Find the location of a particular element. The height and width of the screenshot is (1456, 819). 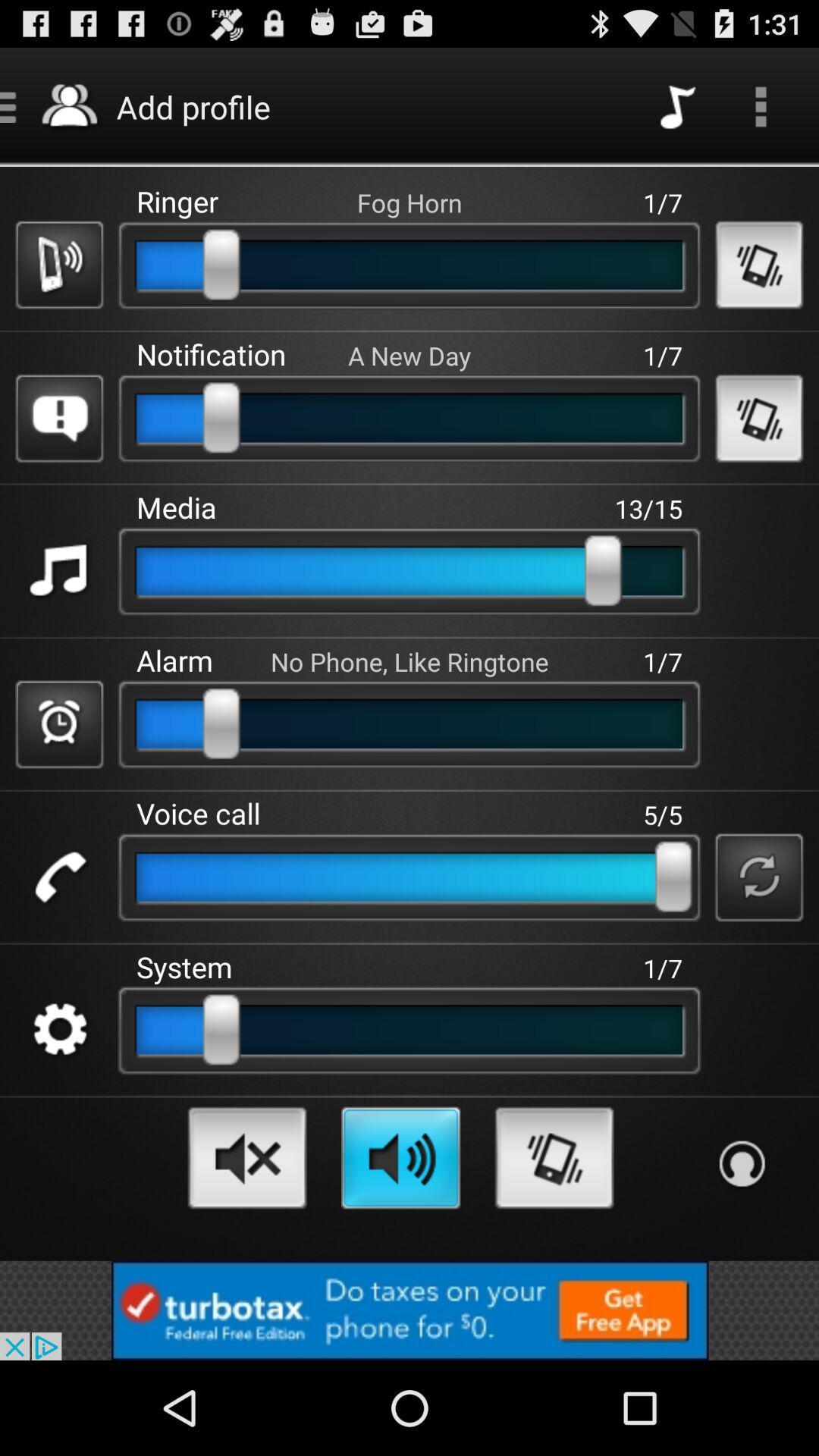

the second vibrate button which is below more option on page is located at coordinates (759, 419).